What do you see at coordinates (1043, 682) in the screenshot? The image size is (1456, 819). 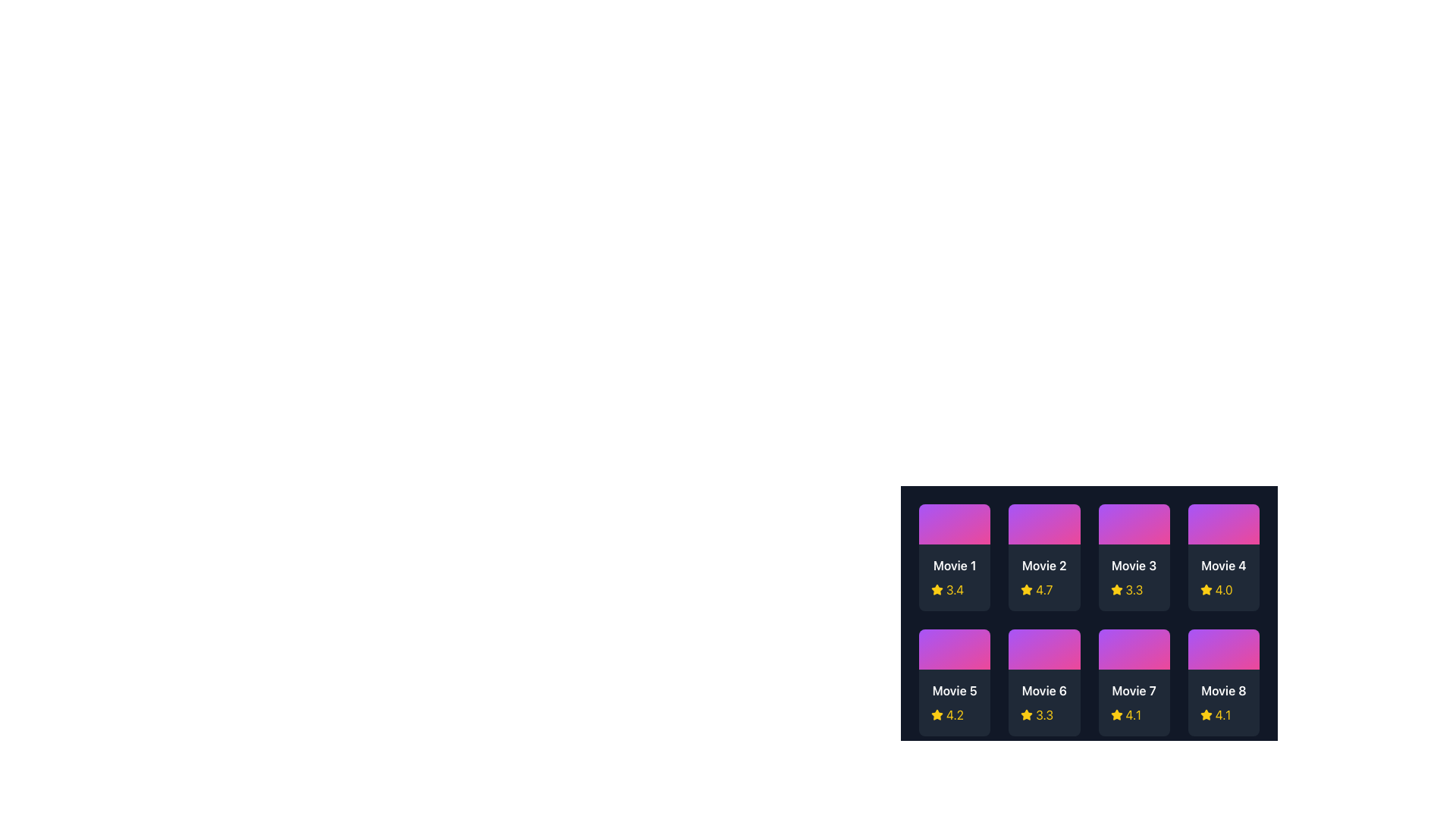 I see `the movie card labeled 'Movie 6' which features a gradient background transitioning from purple to pink, with the title 'Movie 6' in bold white text and a rating of '3.3' in yellow underneath` at bounding box center [1043, 682].